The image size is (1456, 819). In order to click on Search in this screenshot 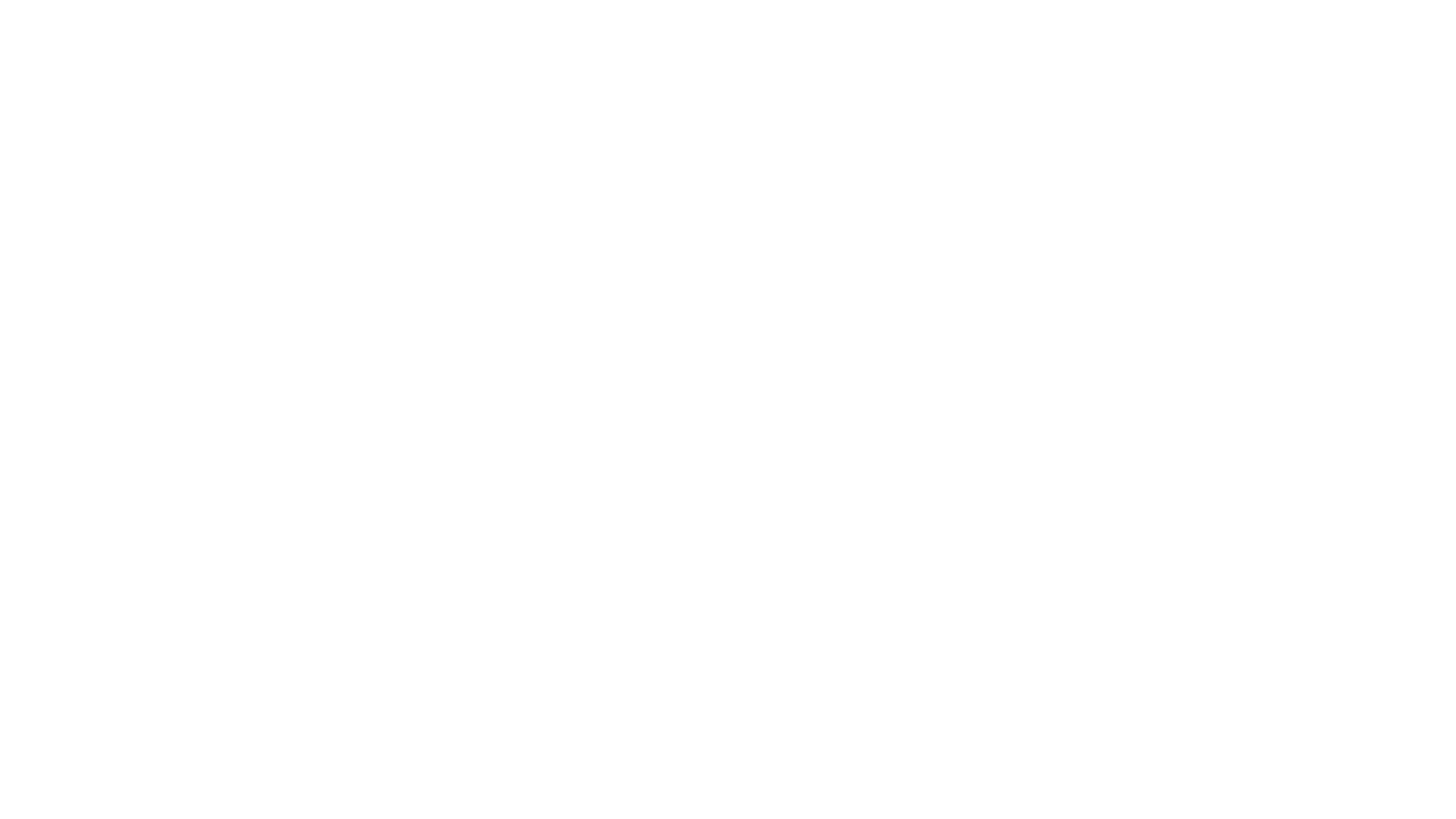, I will do `click(1161, 42)`.